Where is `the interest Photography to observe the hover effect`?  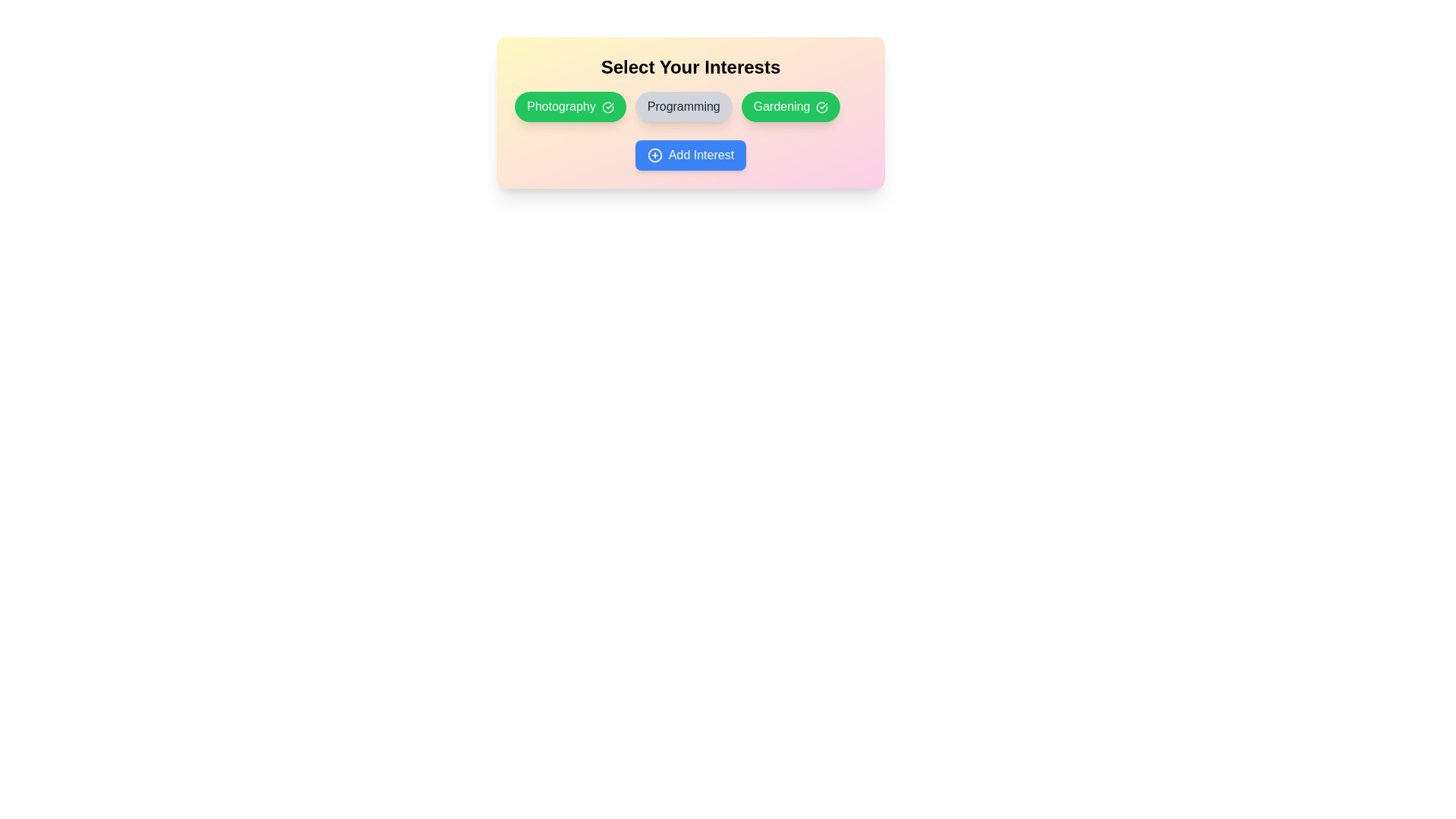 the interest Photography to observe the hover effect is located at coordinates (570, 106).